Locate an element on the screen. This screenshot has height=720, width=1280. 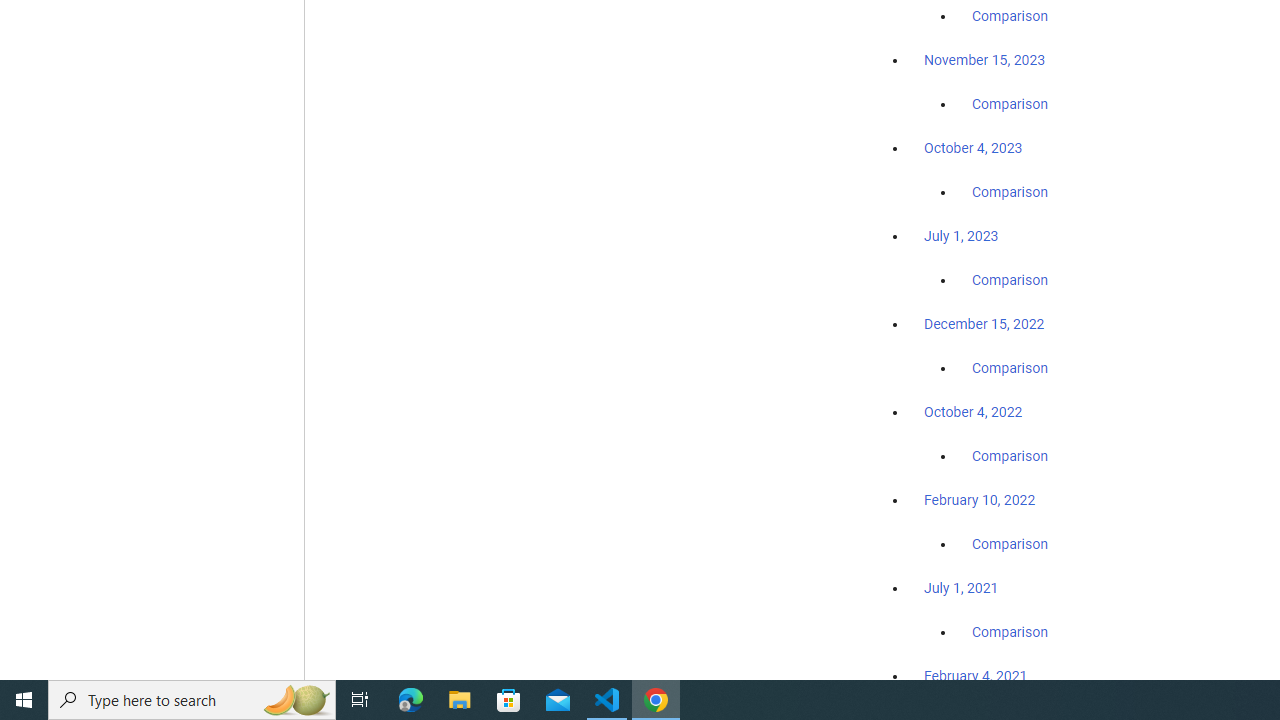
'February 10, 2022' is located at coordinates (979, 499).